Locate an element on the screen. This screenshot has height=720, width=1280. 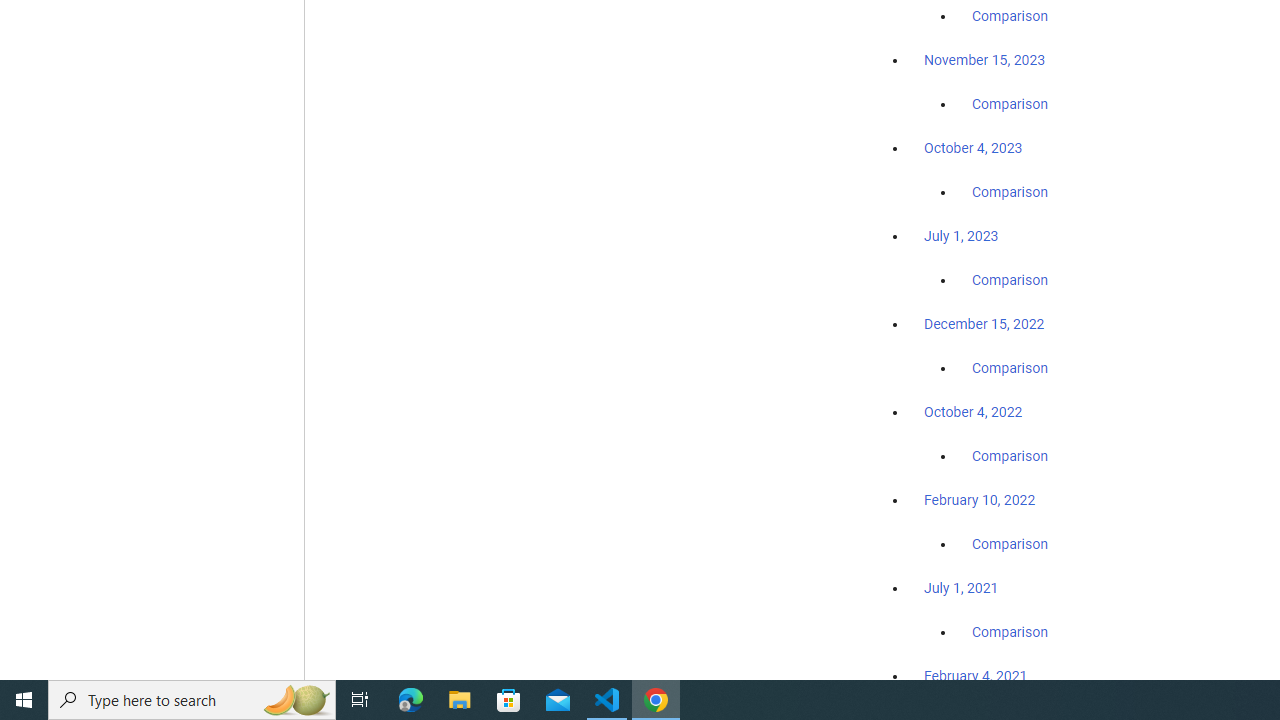
'February 10, 2022' is located at coordinates (979, 499).